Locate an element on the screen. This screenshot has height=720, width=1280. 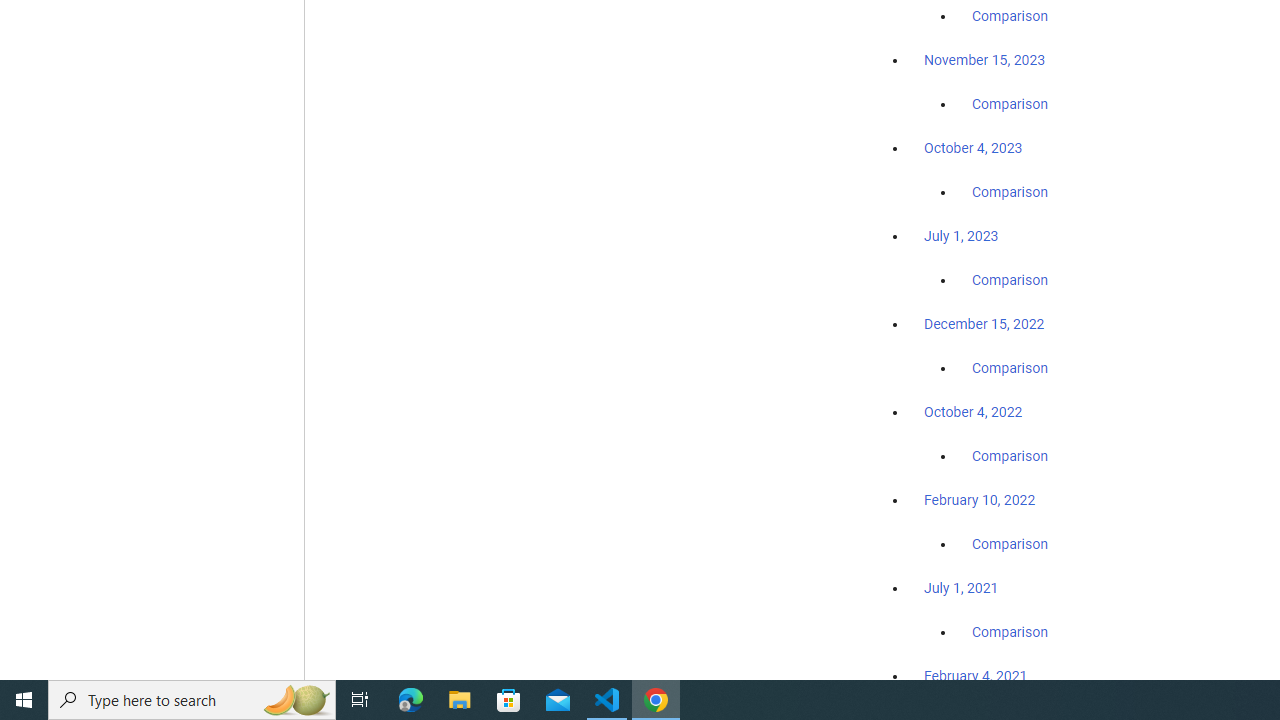
'February 10, 2022' is located at coordinates (979, 499).